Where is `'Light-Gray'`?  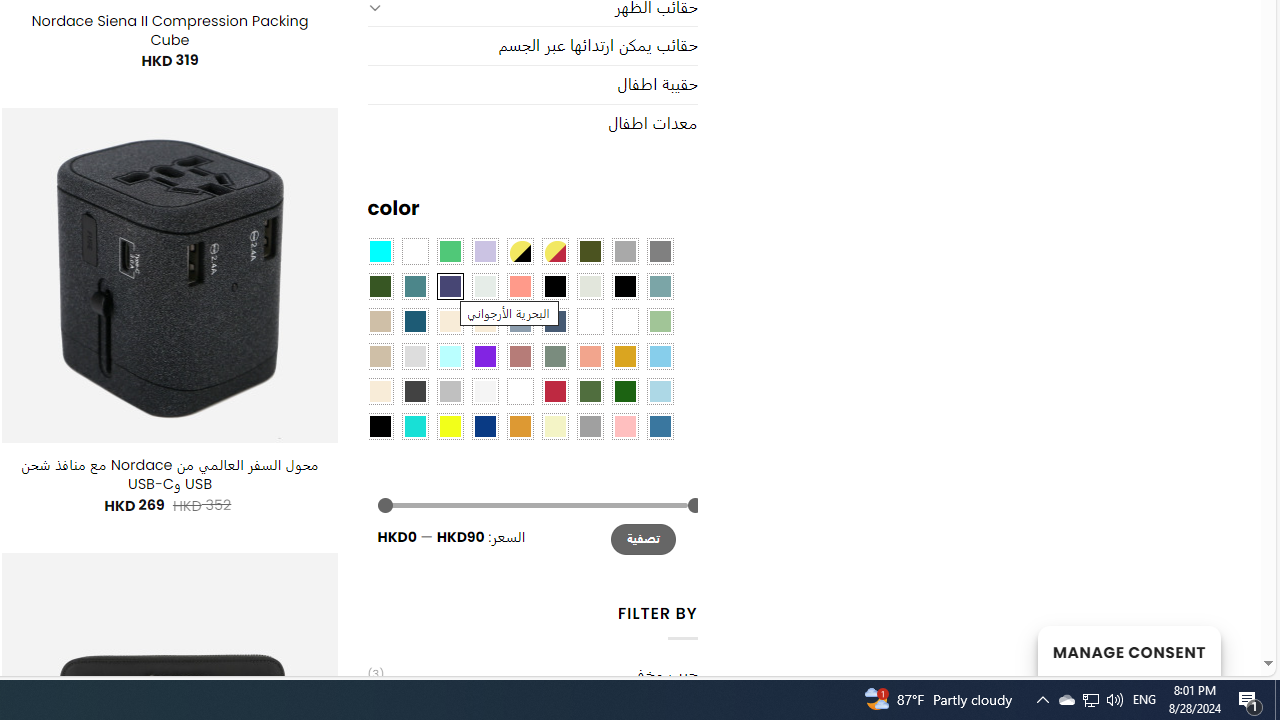
'Light-Gray' is located at coordinates (413, 354).